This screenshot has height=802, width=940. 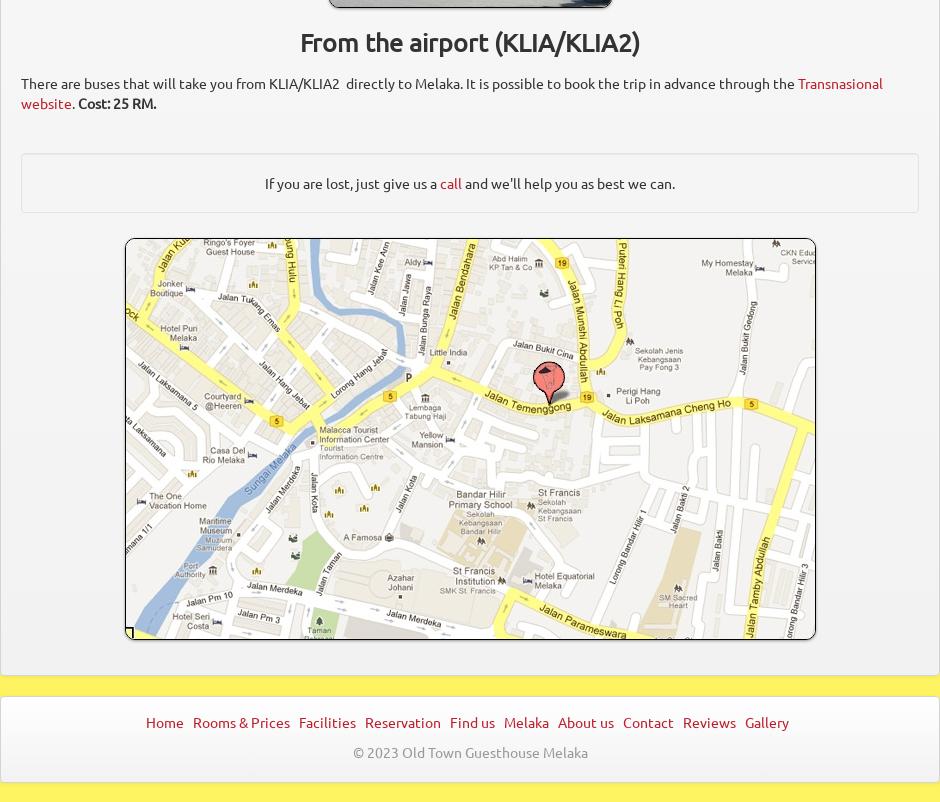 What do you see at coordinates (650, 720) in the screenshot?
I see `'Contact'` at bounding box center [650, 720].